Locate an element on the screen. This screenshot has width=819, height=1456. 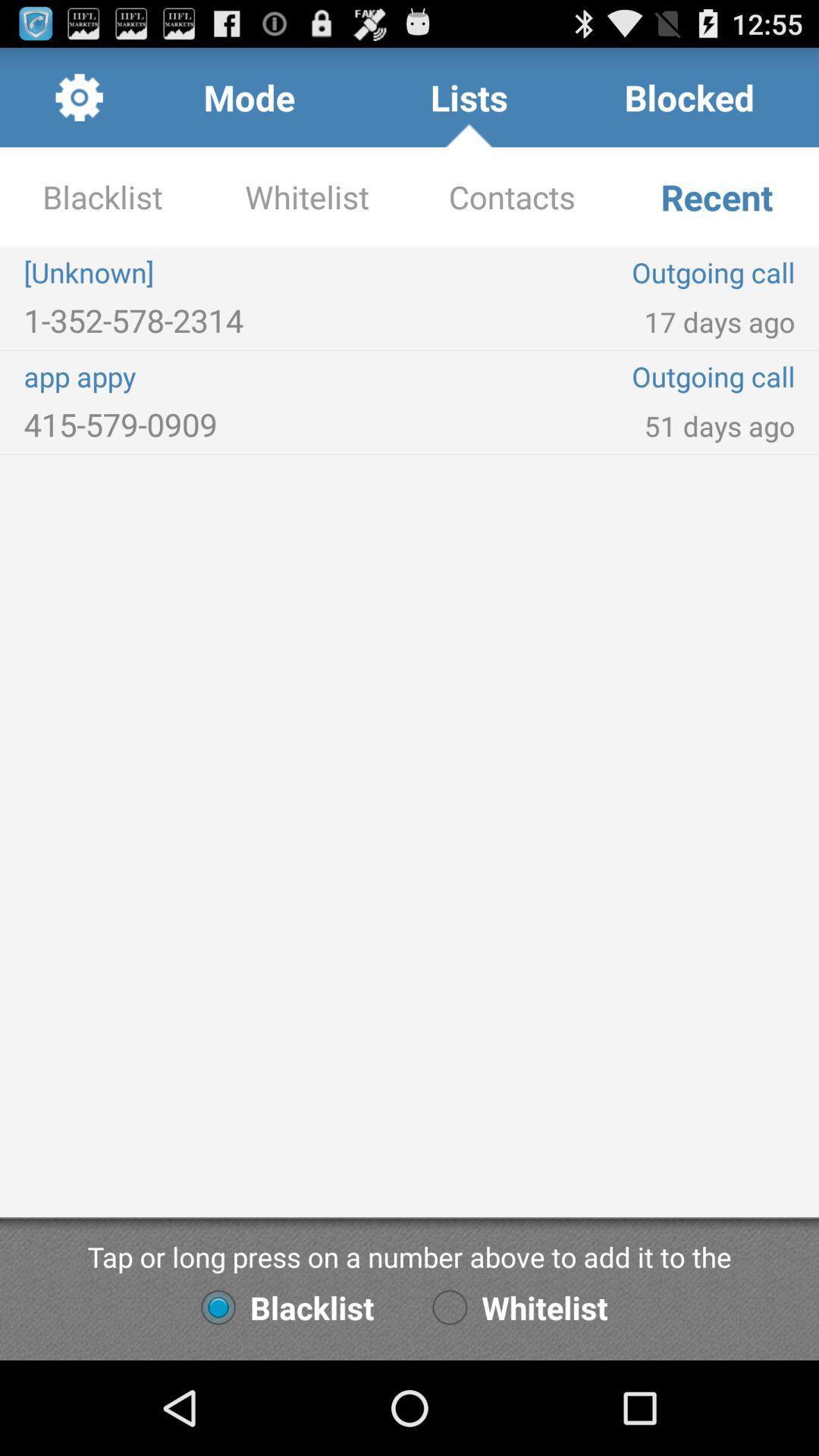
the icon to the left of the outgoing call is located at coordinates (216, 319).